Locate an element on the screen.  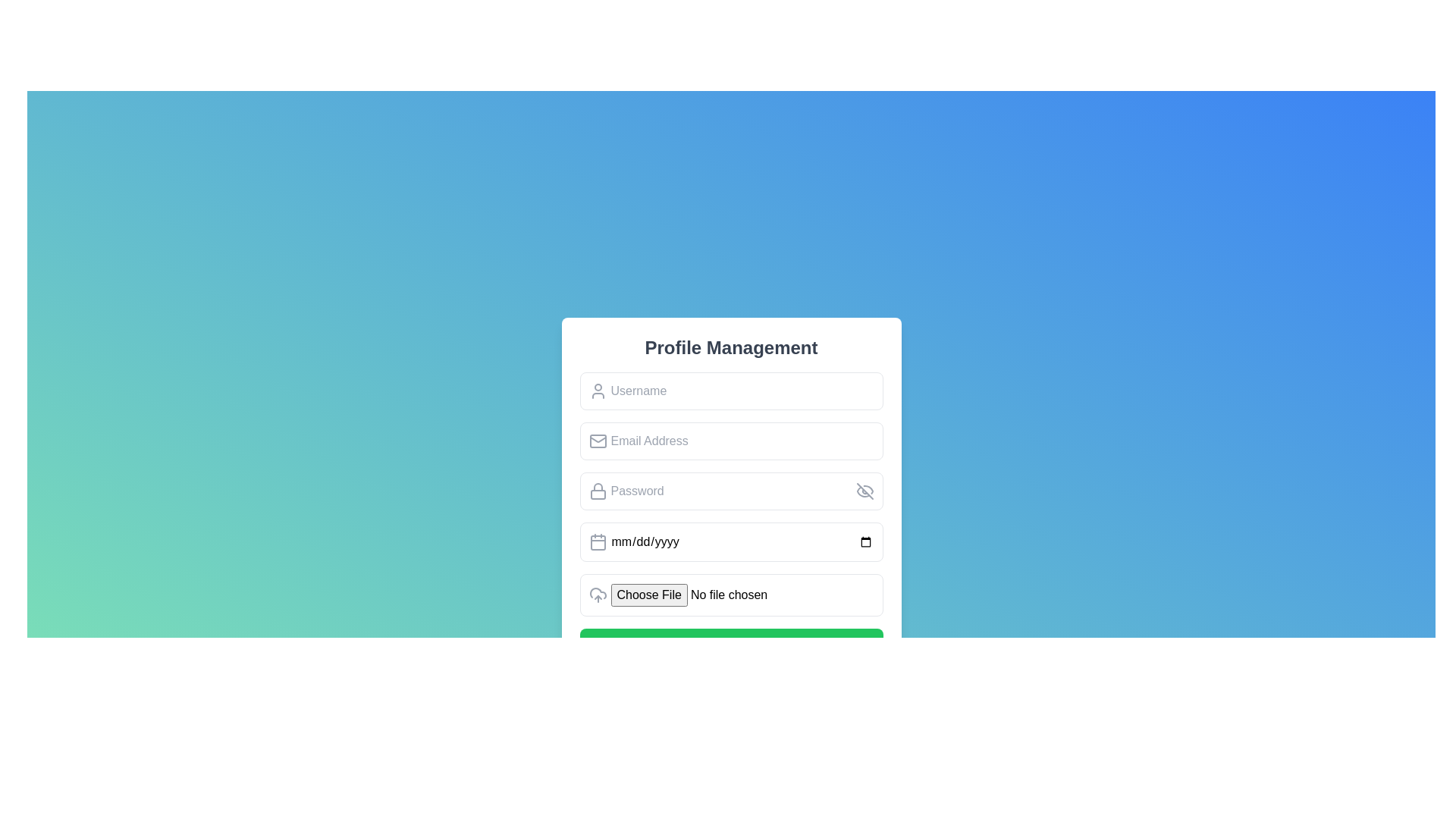
the background rectangle of the email icon, which is located to the left of the 'Email Address' text field in the vertical form layout is located at coordinates (597, 441).